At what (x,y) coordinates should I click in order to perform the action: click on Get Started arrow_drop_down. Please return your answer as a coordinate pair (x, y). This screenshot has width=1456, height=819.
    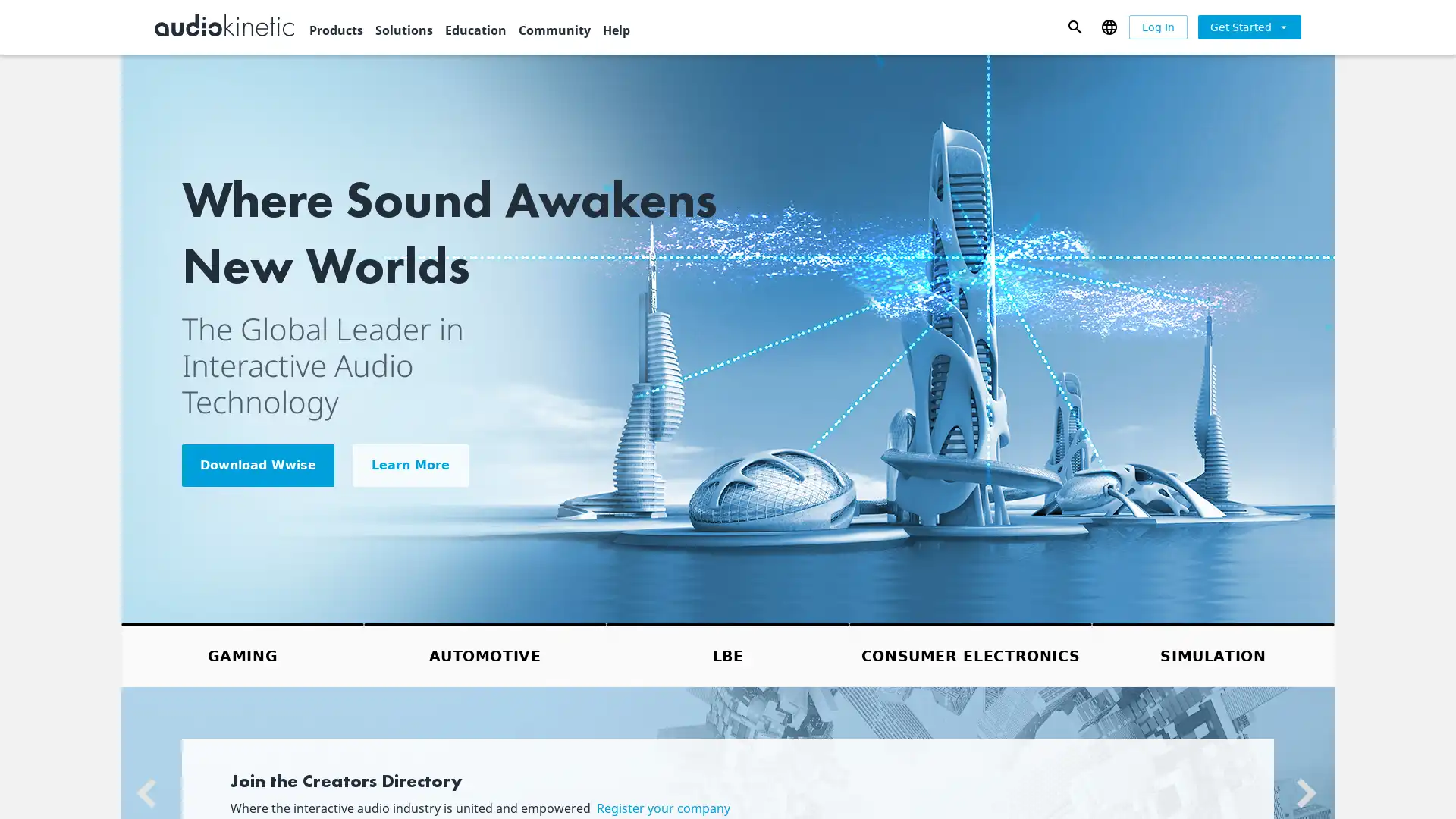
    Looking at the image, I should click on (1249, 27).